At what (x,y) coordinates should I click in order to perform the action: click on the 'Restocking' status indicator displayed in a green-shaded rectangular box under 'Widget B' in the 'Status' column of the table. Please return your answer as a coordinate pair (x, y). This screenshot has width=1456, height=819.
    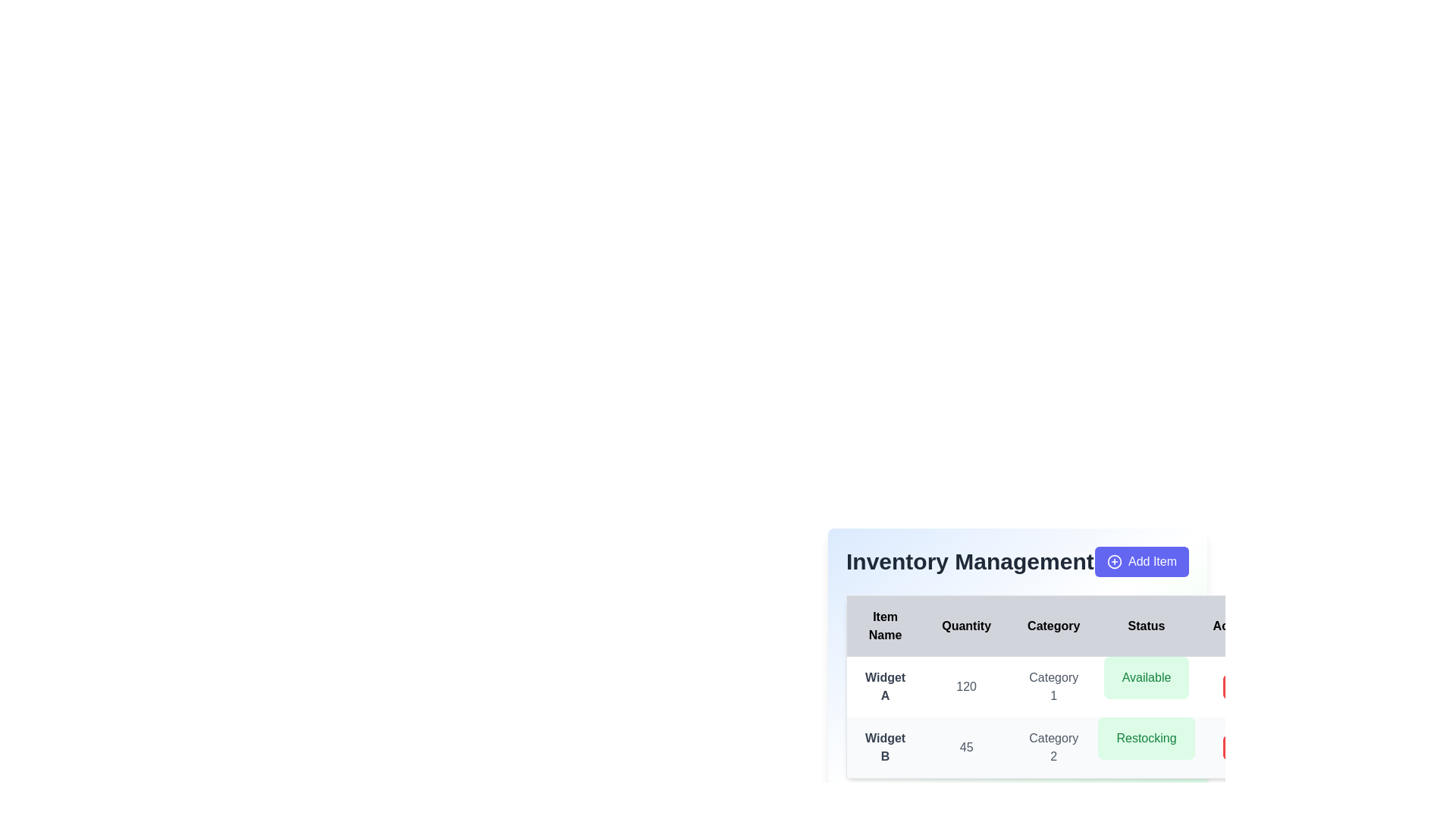
    Looking at the image, I should click on (1147, 738).